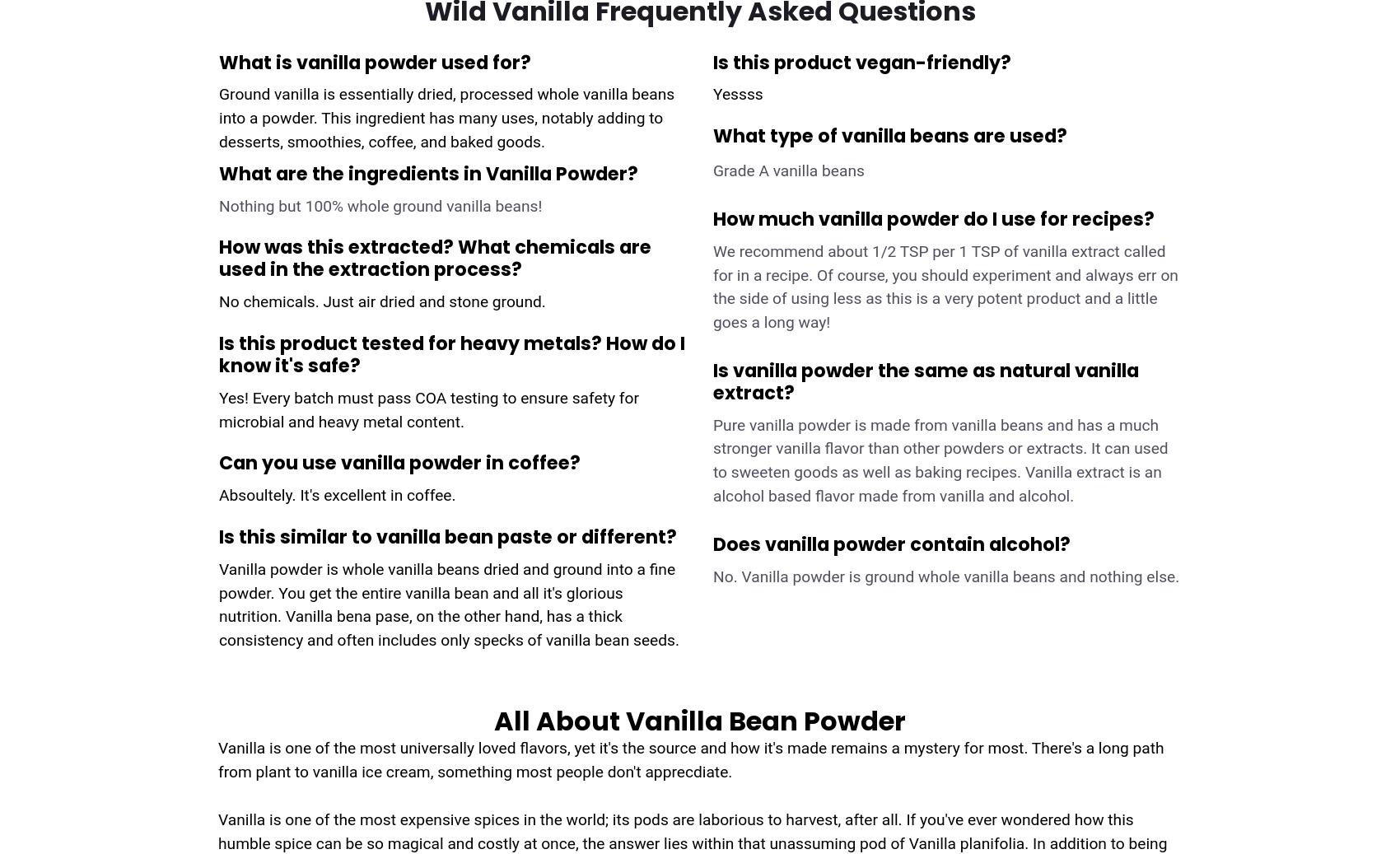 The width and height of the screenshot is (1400, 854). What do you see at coordinates (375, 60) in the screenshot?
I see `'What is vanilla powder used for?'` at bounding box center [375, 60].